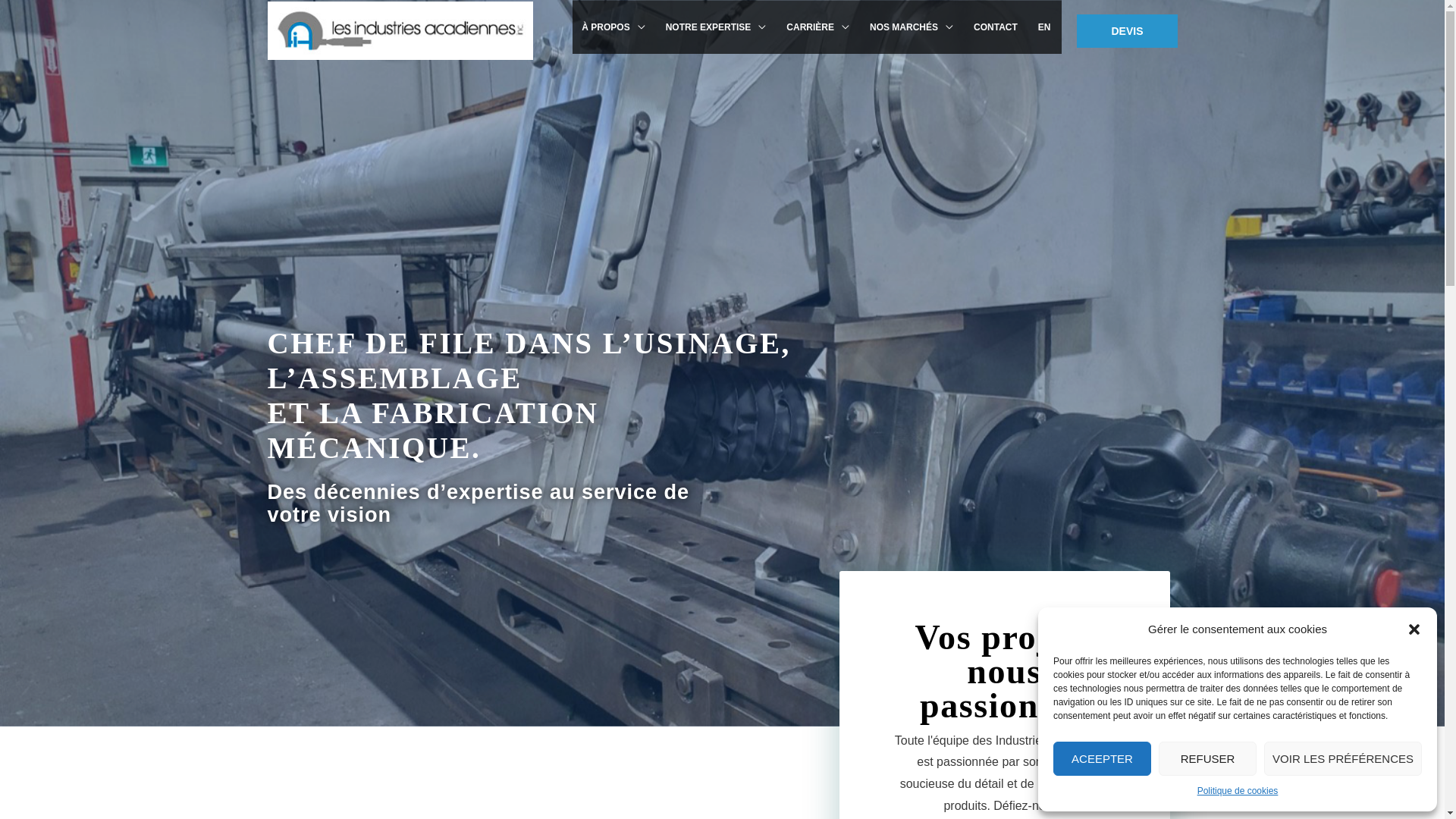 Image resolution: width=1456 pixels, height=819 pixels. I want to click on 'DEVIS', so click(1127, 30).